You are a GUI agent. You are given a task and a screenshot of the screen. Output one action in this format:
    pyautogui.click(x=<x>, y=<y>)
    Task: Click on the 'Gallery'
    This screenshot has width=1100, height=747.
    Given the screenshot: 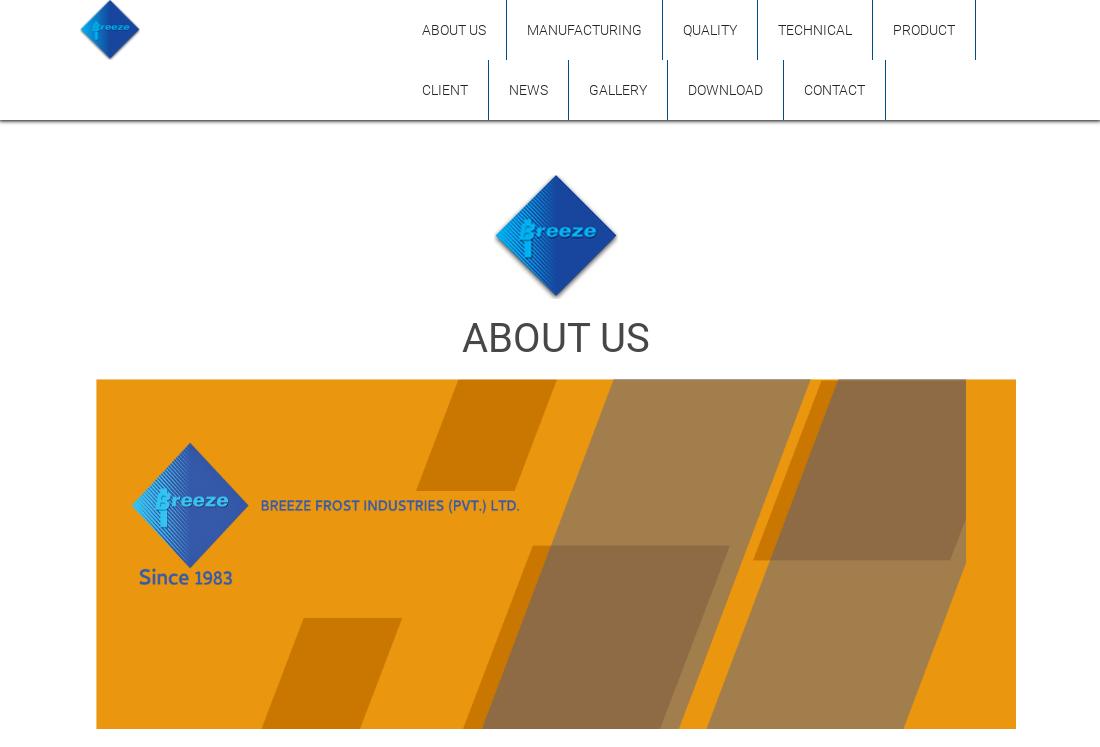 What is the action you would take?
    pyautogui.click(x=616, y=90)
    